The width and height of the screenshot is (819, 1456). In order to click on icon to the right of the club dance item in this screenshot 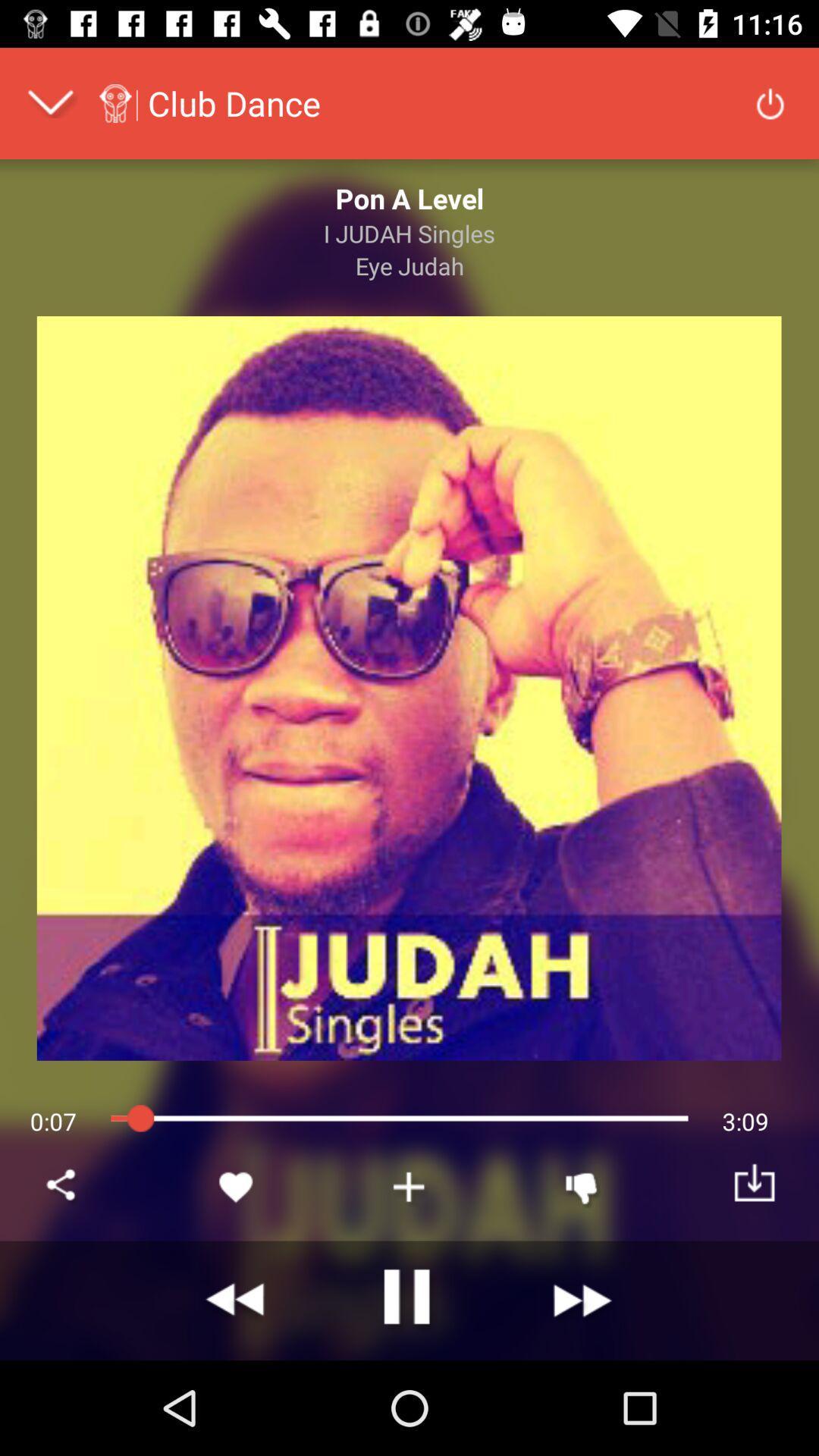, I will do `click(770, 102)`.